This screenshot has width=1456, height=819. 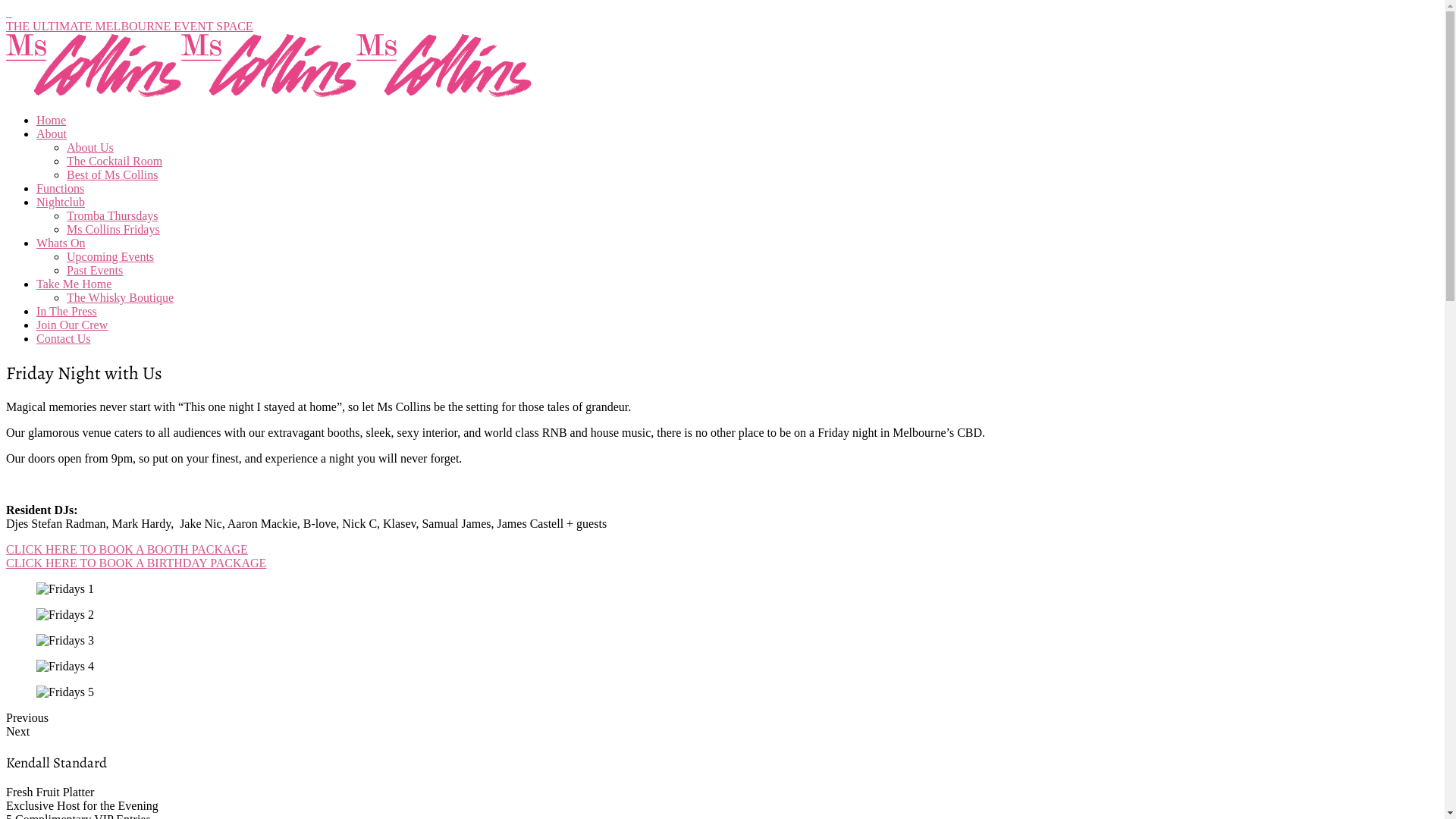 What do you see at coordinates (36, 119) in the screenshot?
I see `'Home'` at bounding box center [36, 119].